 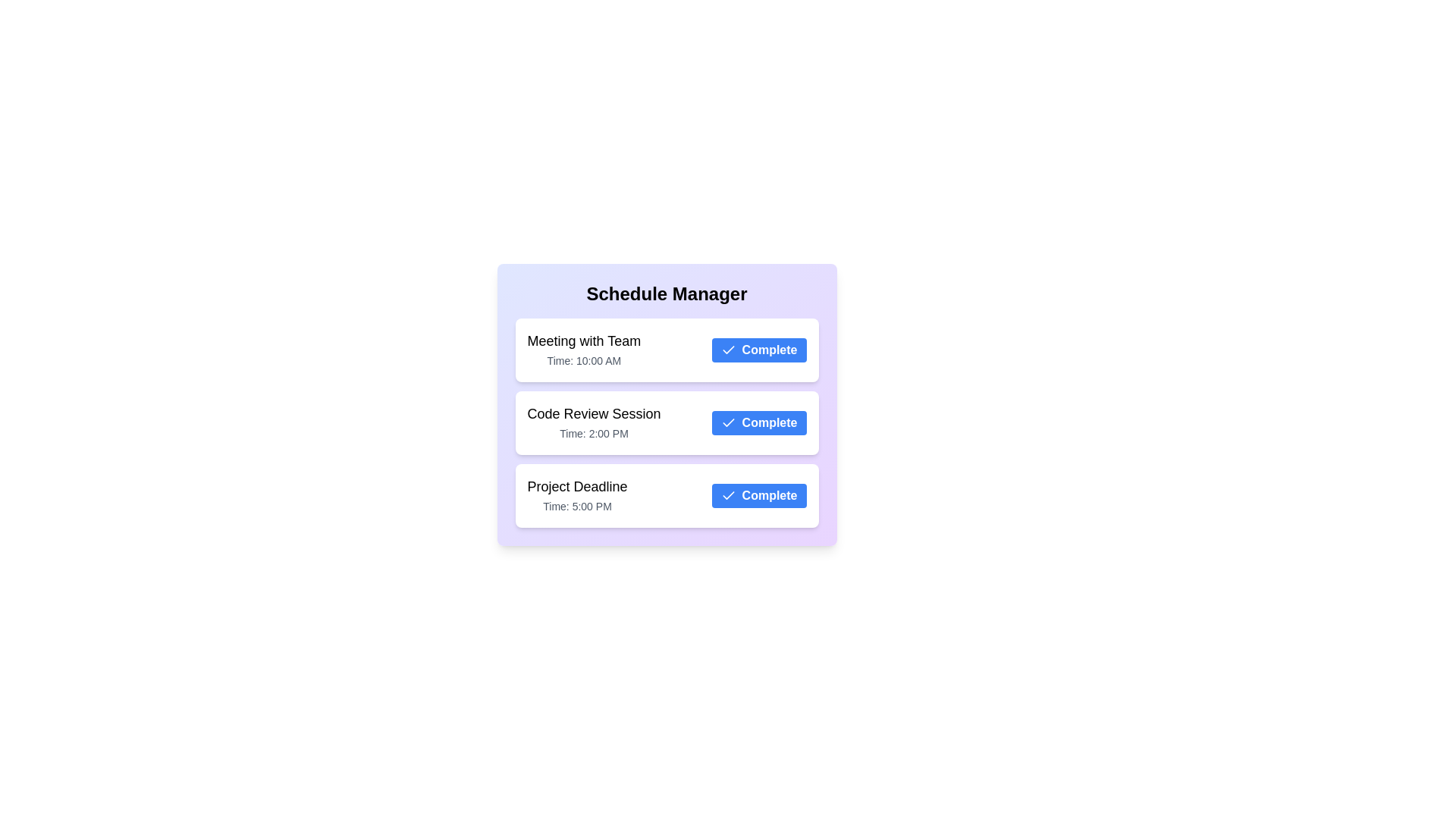 I want to click on the task item Project Deadline in the ScheduleManager component, so click(x=667, y=496).